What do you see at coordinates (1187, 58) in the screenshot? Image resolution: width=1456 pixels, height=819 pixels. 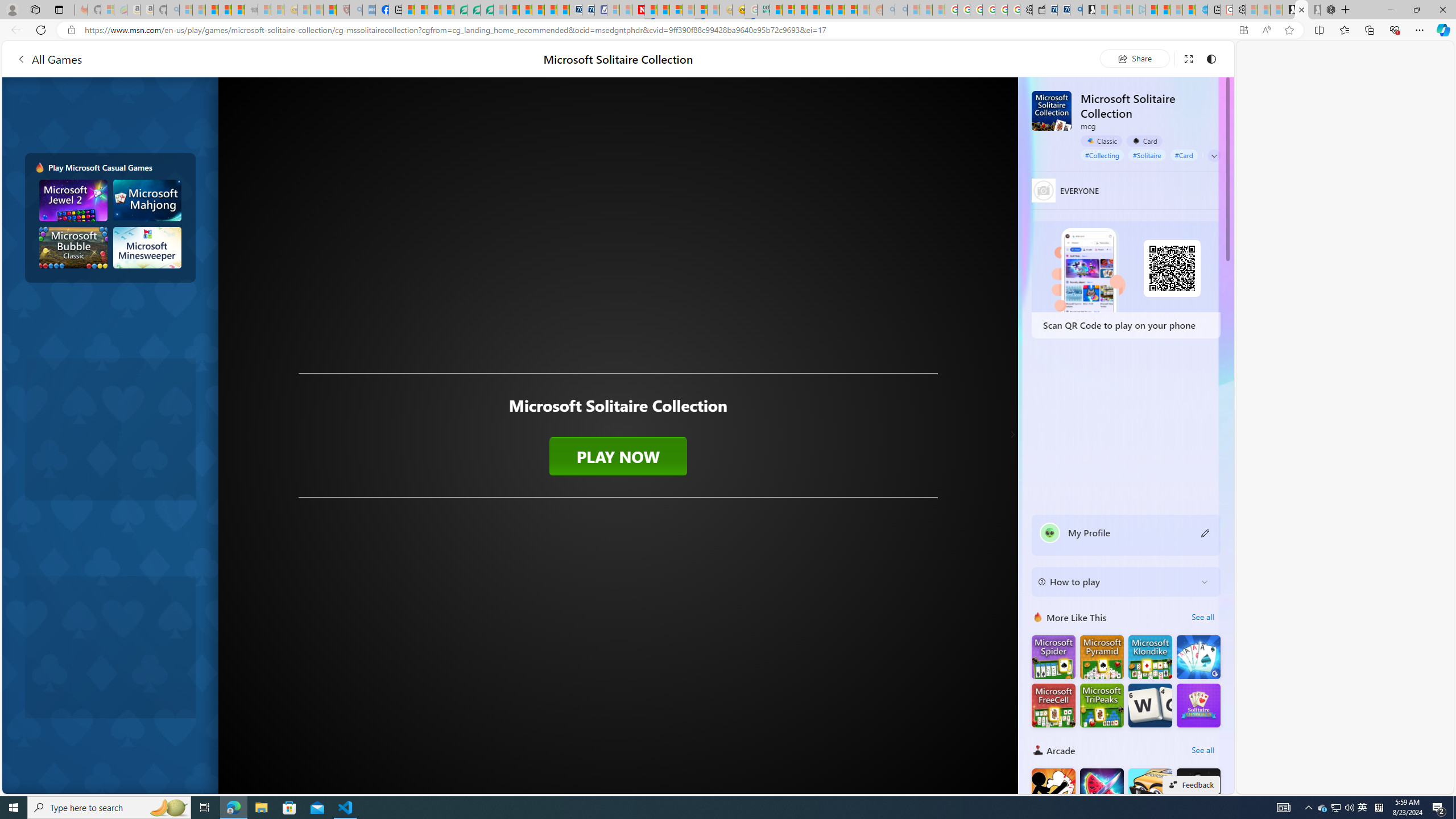 I see `'Full screen'` at bounding box center [1187, 58].